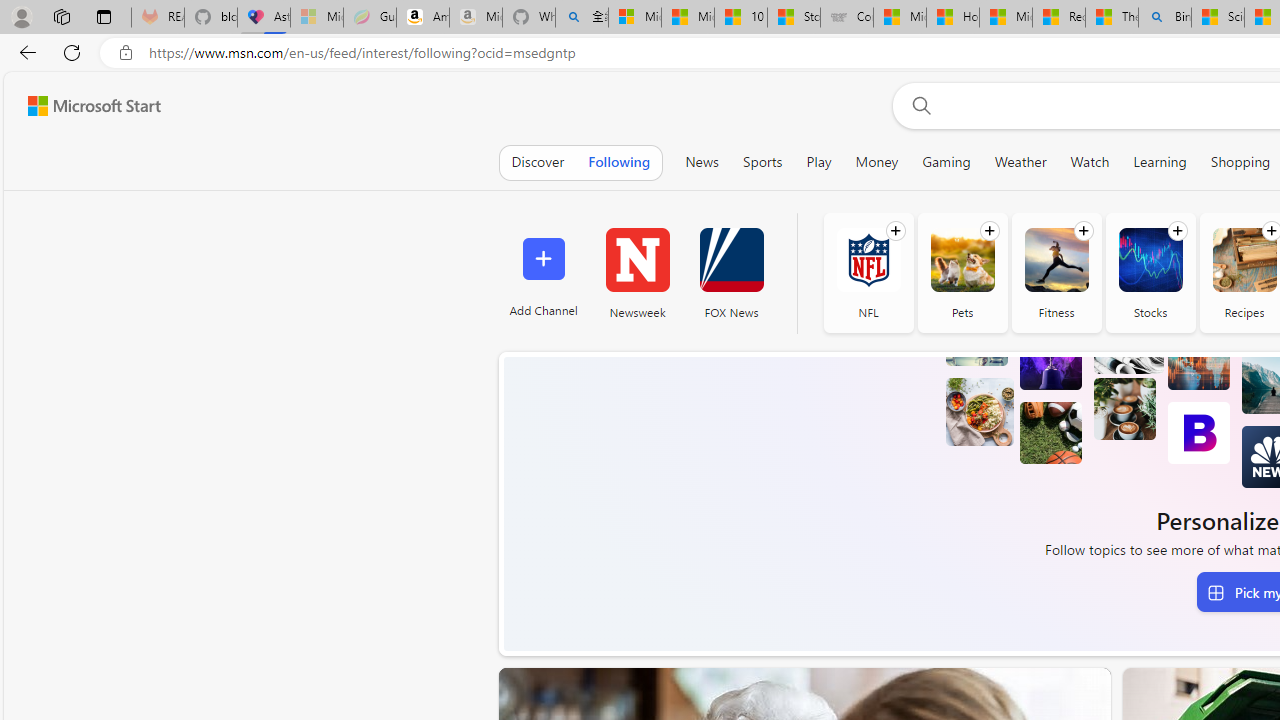  I want to click on 'Pets', so click(962, 259).